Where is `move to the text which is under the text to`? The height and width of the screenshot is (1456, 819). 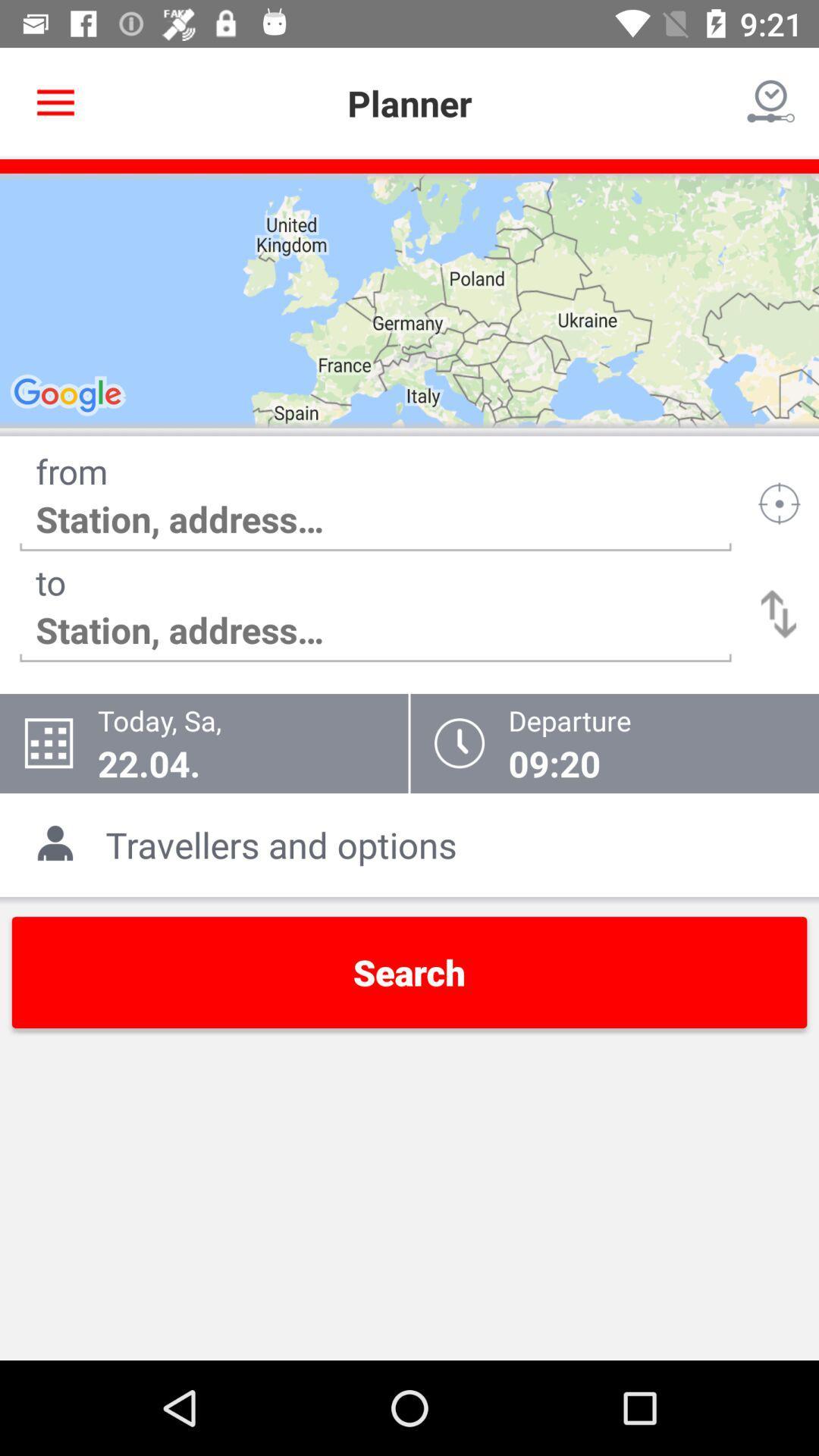
move to the text which is under the text to is located at coordinates (375, 630).